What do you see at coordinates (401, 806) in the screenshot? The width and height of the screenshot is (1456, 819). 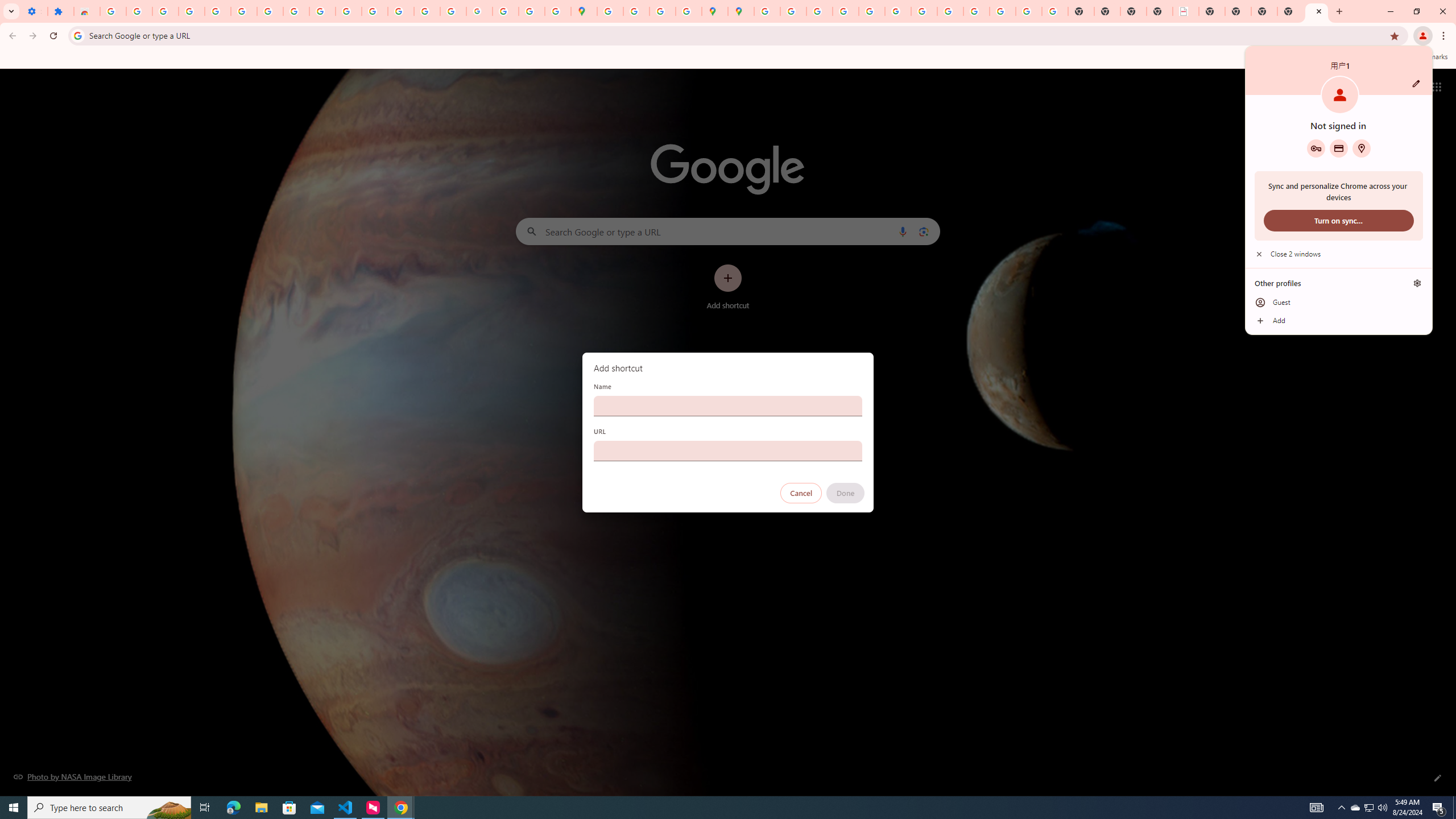 I see `'Google Chrome - 2 running windows'` at bounding box center [401, 806].